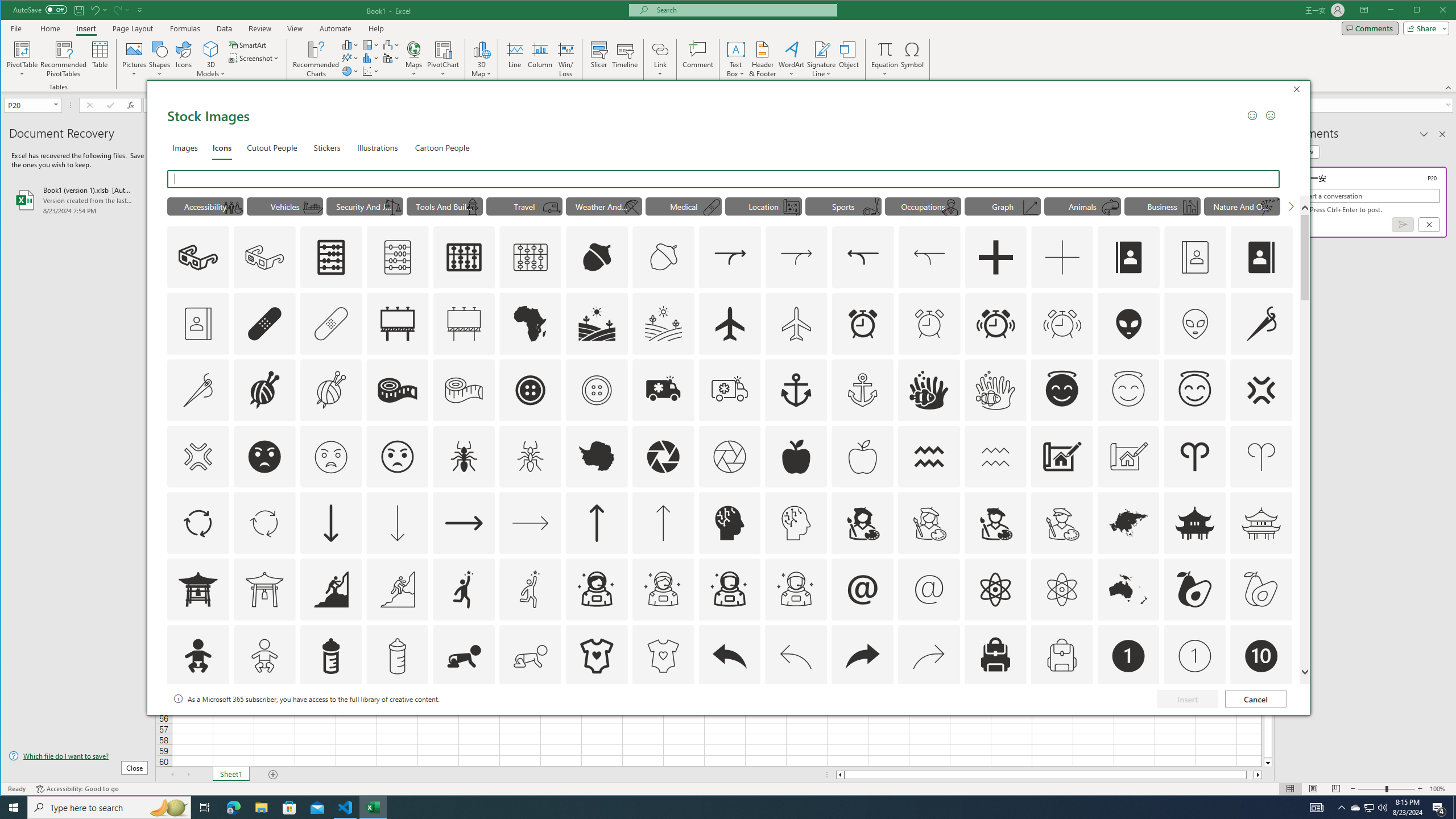 The height and width of the screenshot is (819, 1456). What do you see at coordinates (464, 523) in the screenshot?
I see `'AutomationID: Icons_ArrowRight'` at bounding box center [464, 523].